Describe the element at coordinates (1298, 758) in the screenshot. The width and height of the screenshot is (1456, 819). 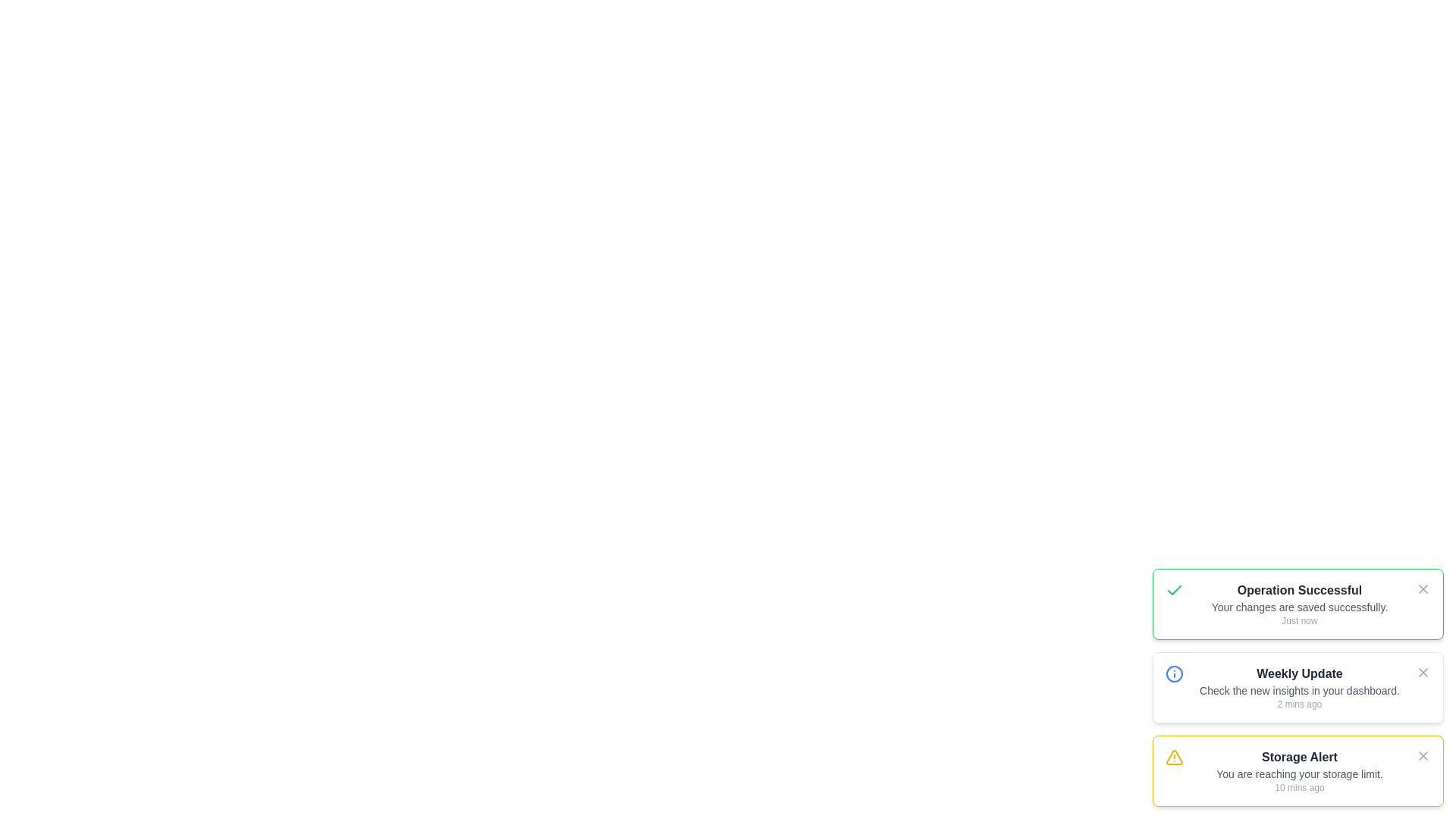
I see `the bold text label 'Storage Alert' located within the bottom-most rectangular notification card on the right side of the interface` at that location.